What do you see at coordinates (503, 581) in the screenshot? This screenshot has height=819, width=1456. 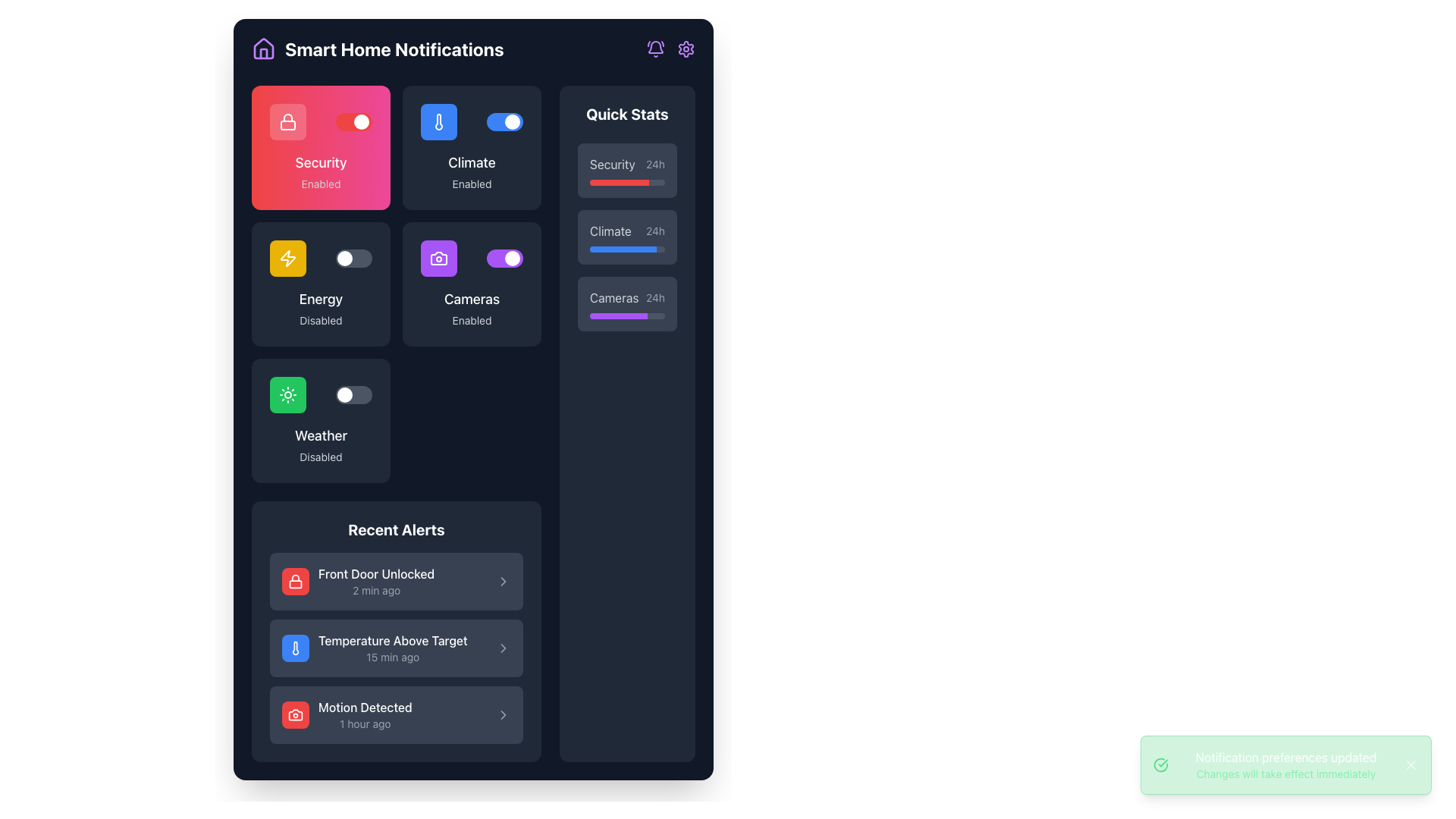 I see `the chevron icon located at the rightmost position within the 'Front Door Unlocked' module` at bounding box center [503, 581].